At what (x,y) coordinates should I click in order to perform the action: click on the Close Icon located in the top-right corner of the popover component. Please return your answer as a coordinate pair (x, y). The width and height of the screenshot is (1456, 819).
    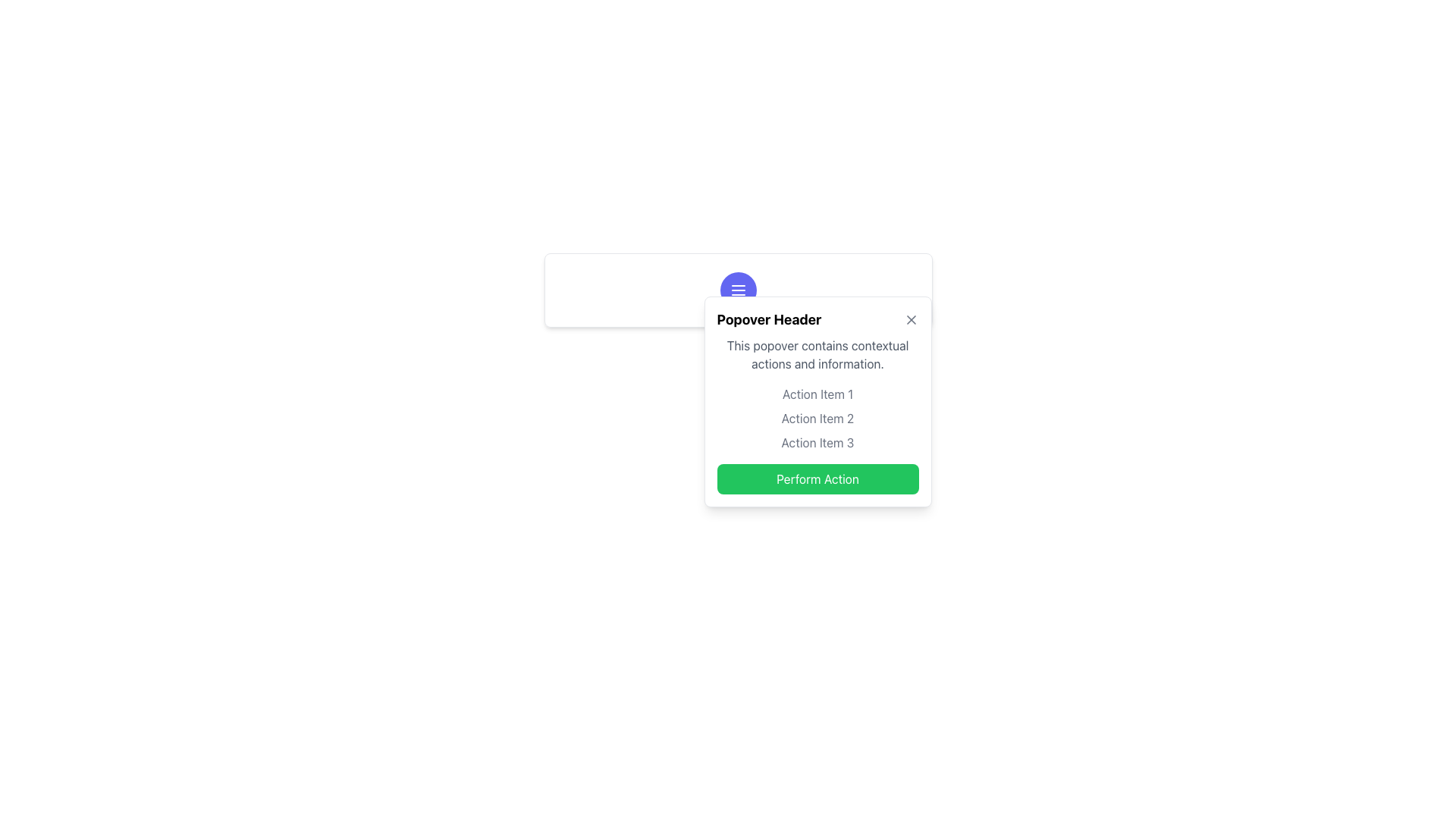
    Looking at the image, I should click on (910, 318).